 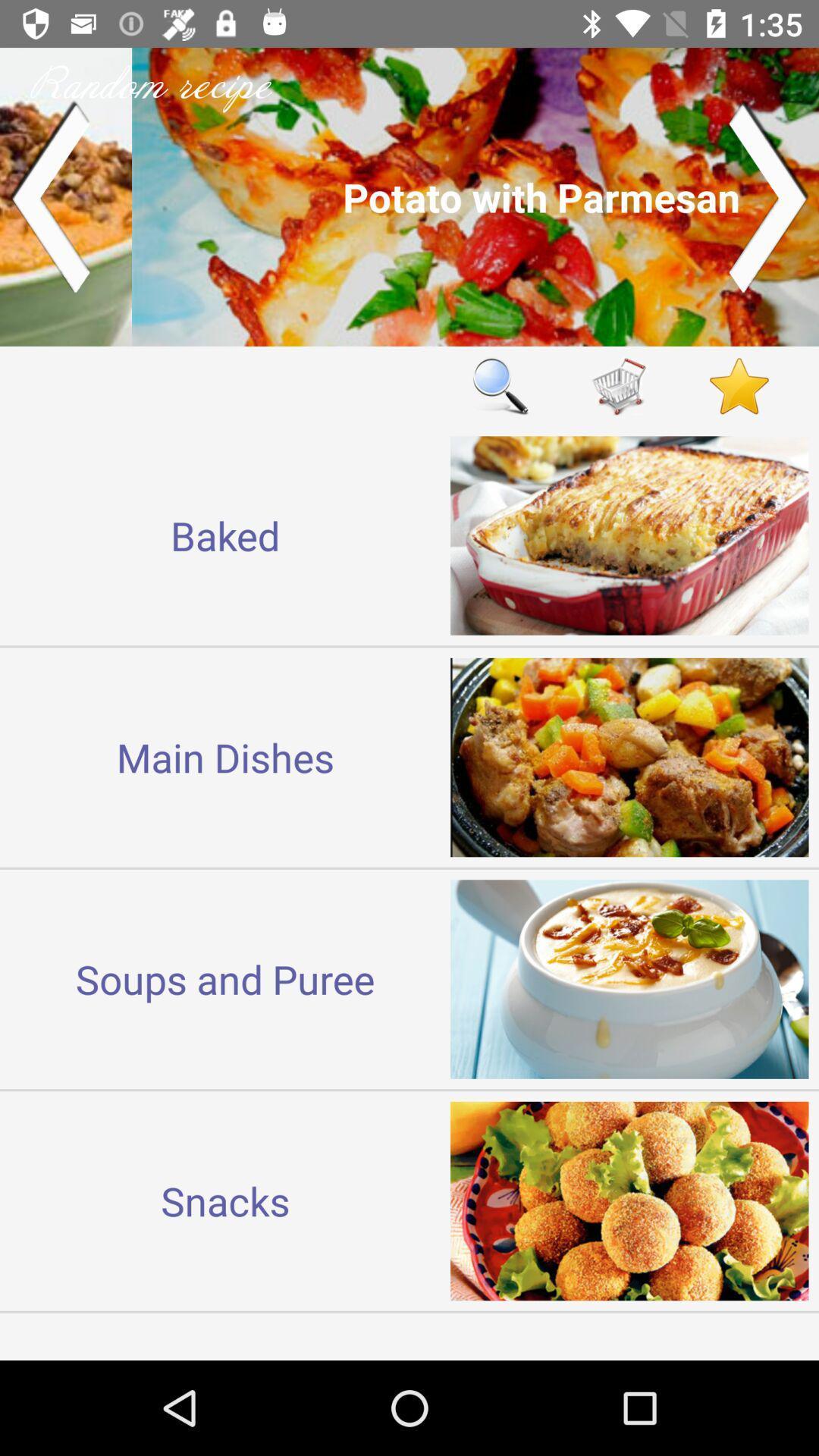 I want to click on previous photo, so click(x=49, y=196).